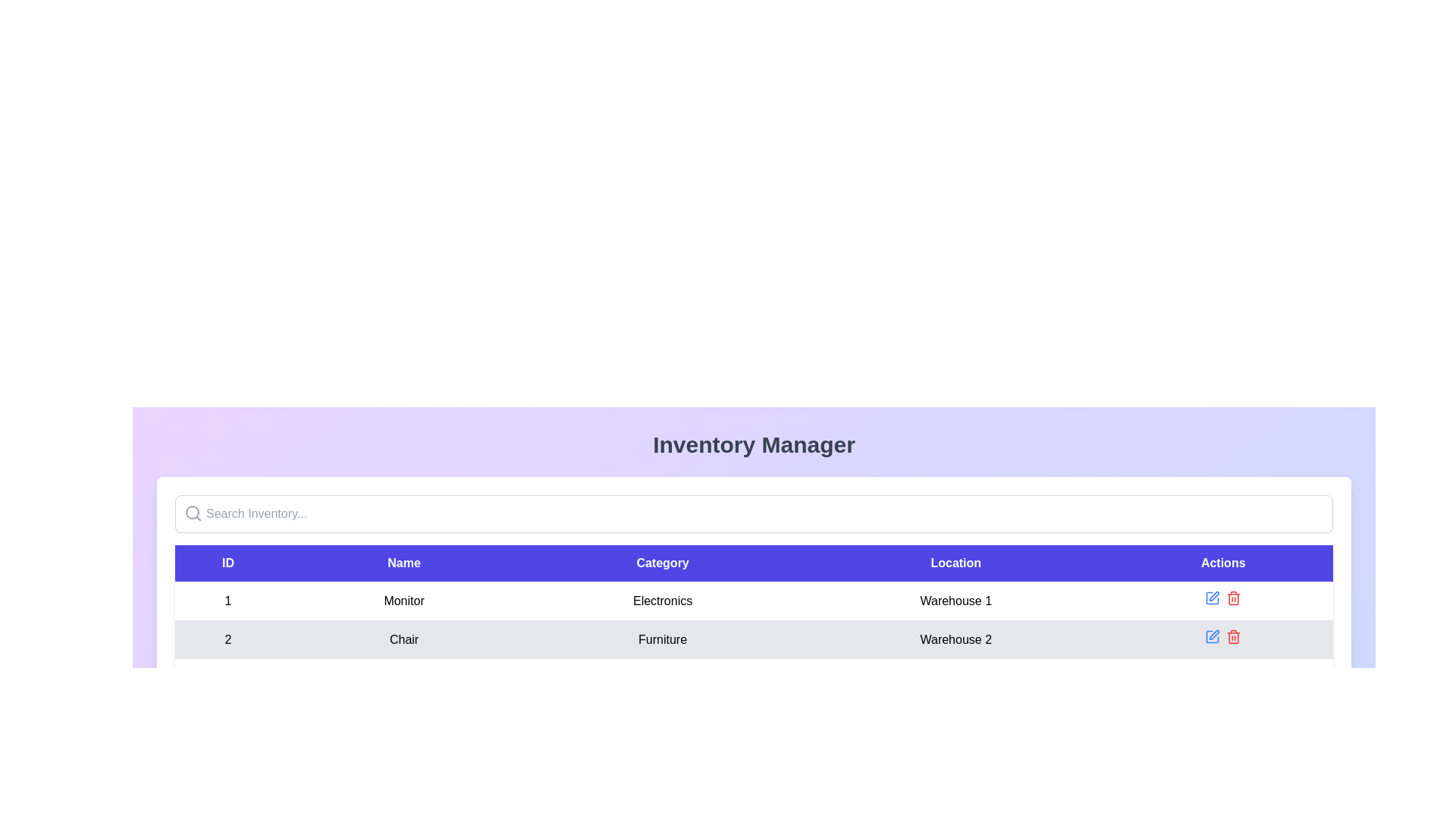  Describe the element at coordinates (1234, 638) in the screenshot. I see `the trash bin icon in the 'Actions' column of the item listing table, which features a minimalist curved shape with rounded corners` at that location.